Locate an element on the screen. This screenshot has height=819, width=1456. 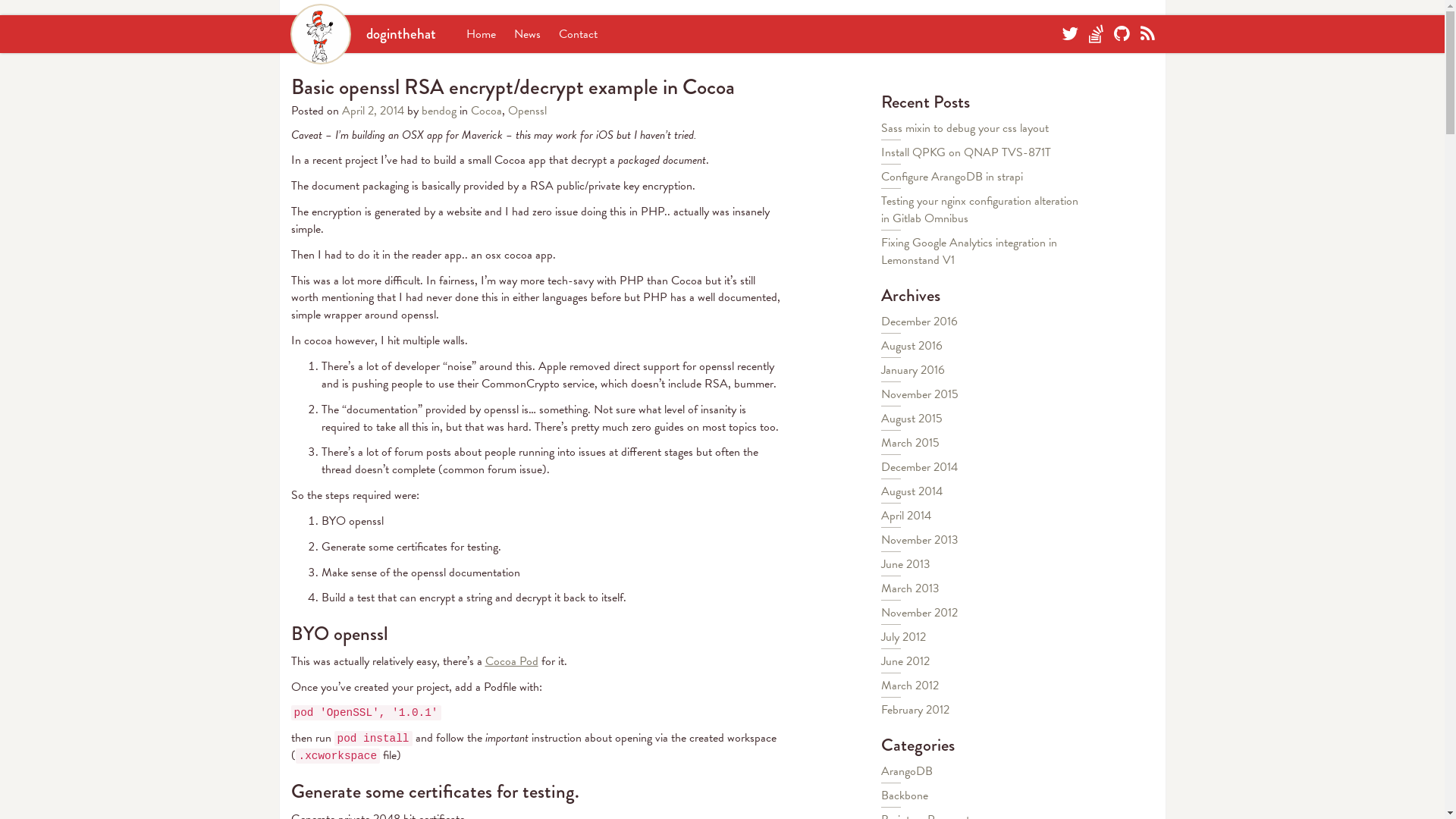
'Home' is located at coordinates (479, 34).